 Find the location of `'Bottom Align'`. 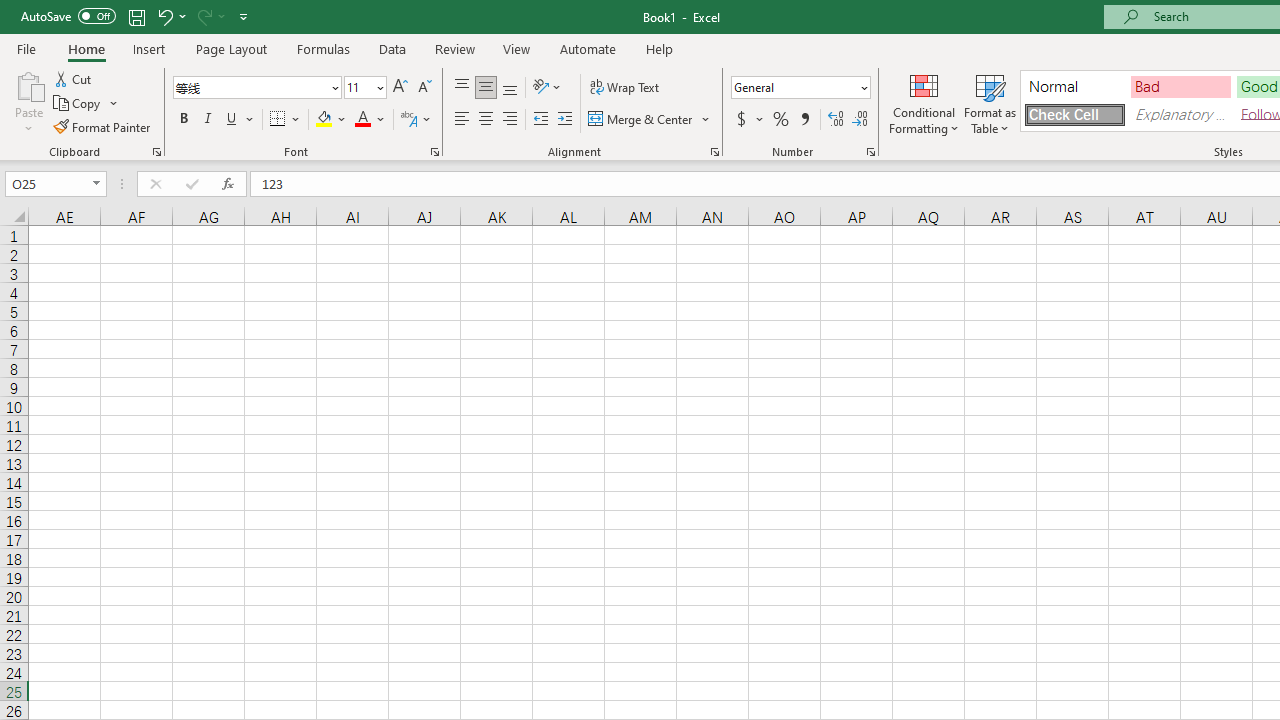

'Bottom Align' is located at coordinates (510, 86).